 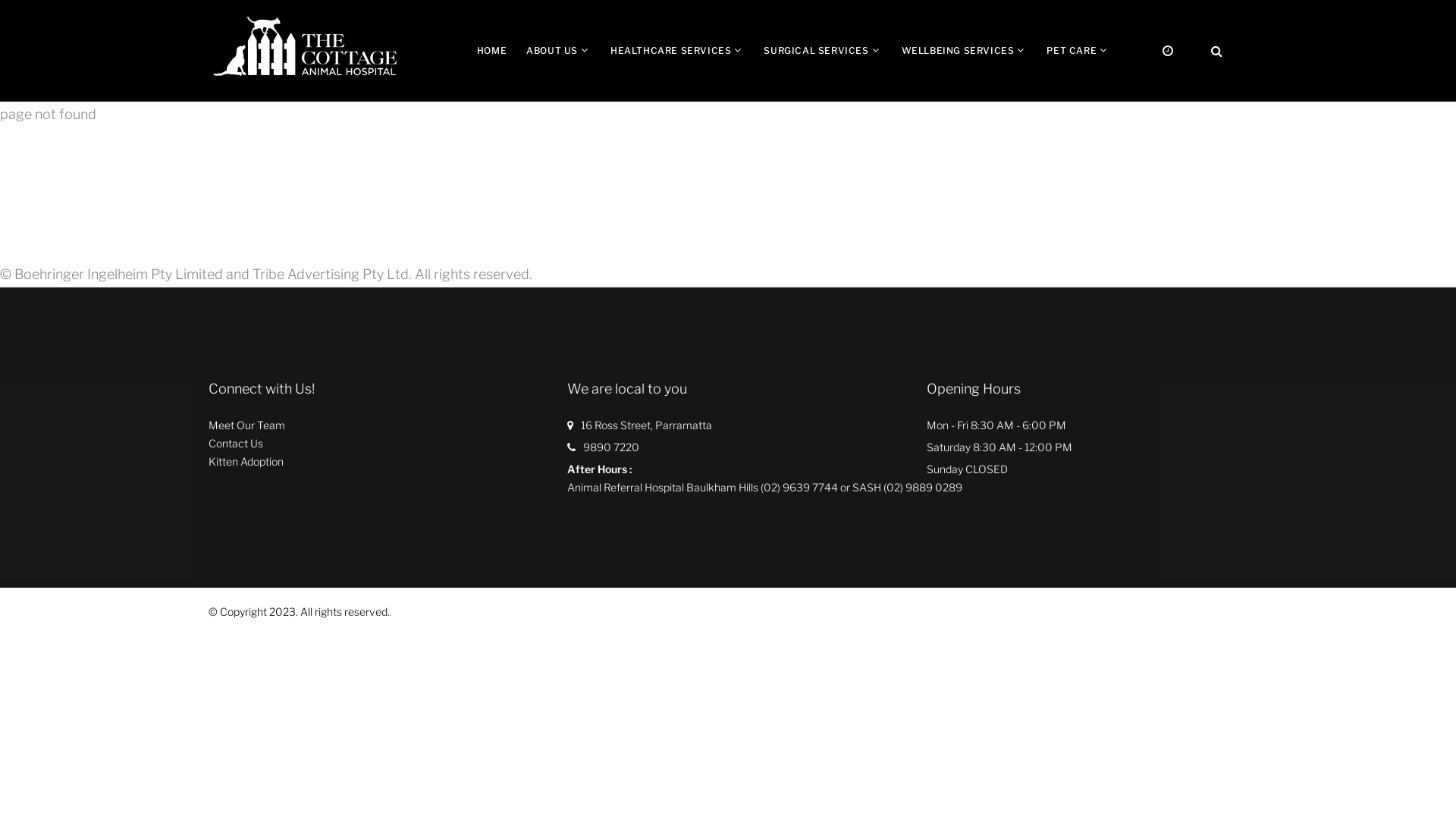 I want to click on 'ABOUT US', so click(x=551, y=49).